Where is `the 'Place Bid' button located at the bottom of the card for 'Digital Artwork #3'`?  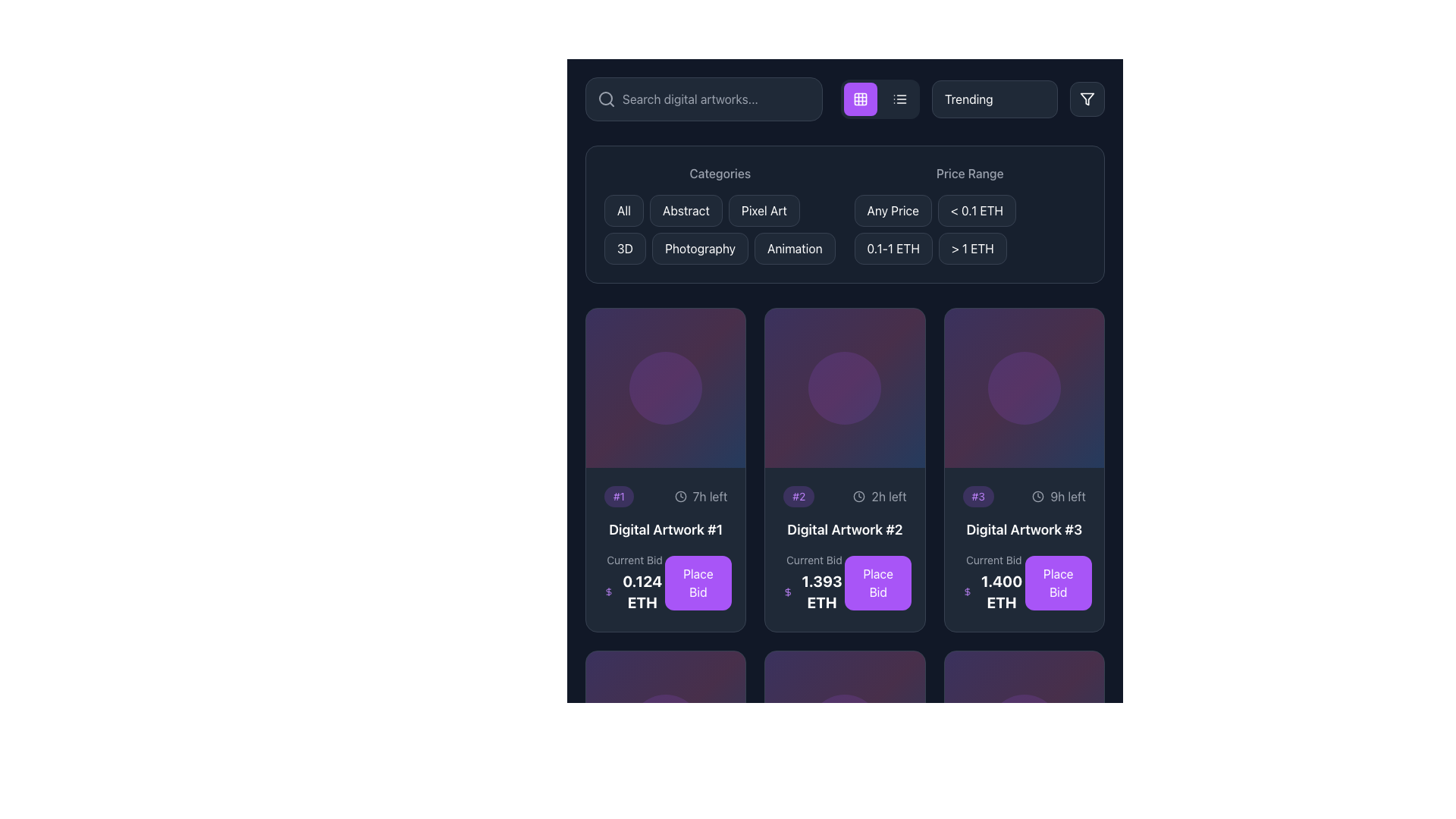
the 'Place Bid' button located at the bottom of the card for 'Digital Artwork #3' is located at coordinates (1024, 582).